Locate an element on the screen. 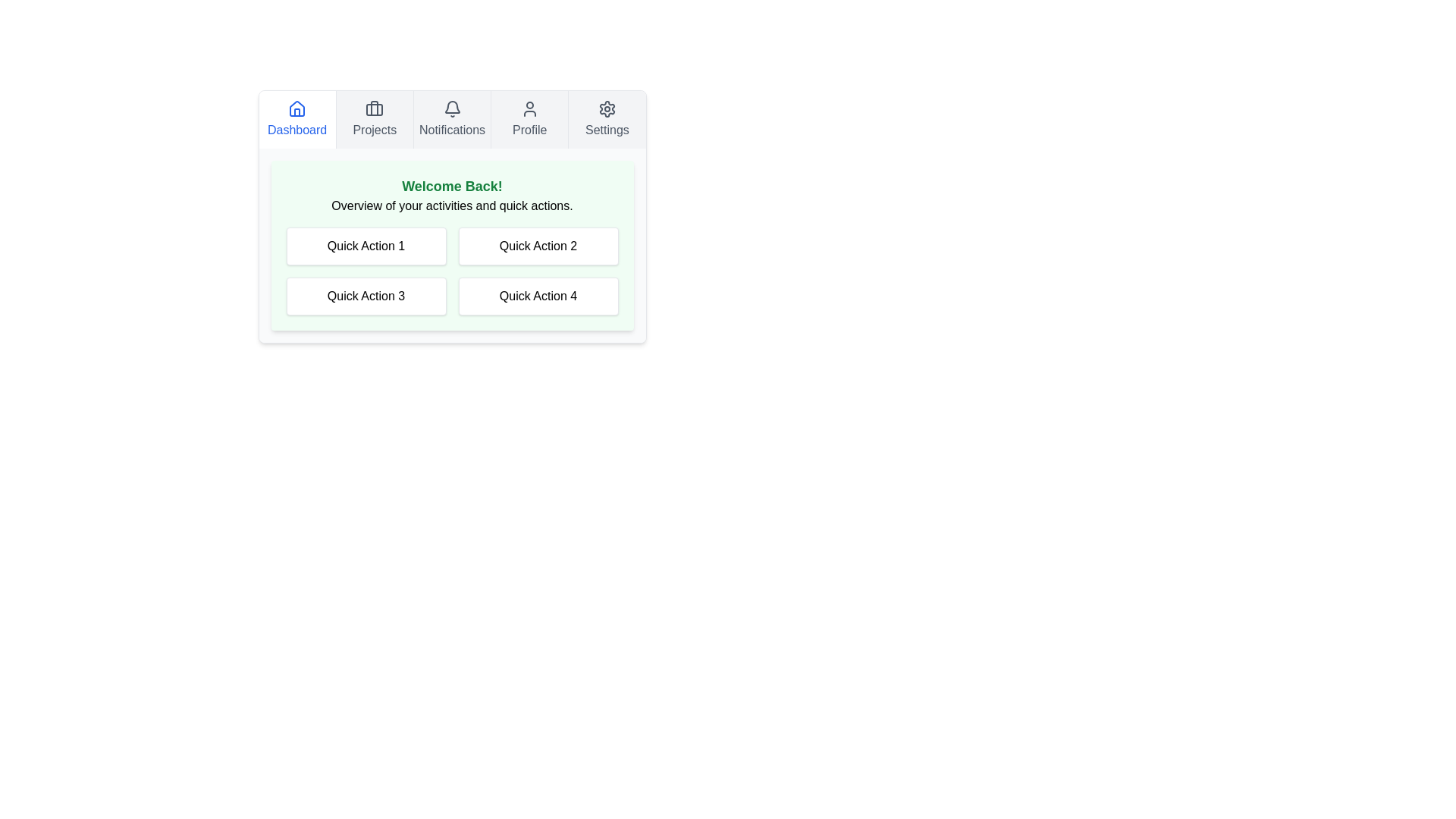 This screenshot has height=819, width=1456. the 'Quick Action 2' button is located at coordinates (538, 245).